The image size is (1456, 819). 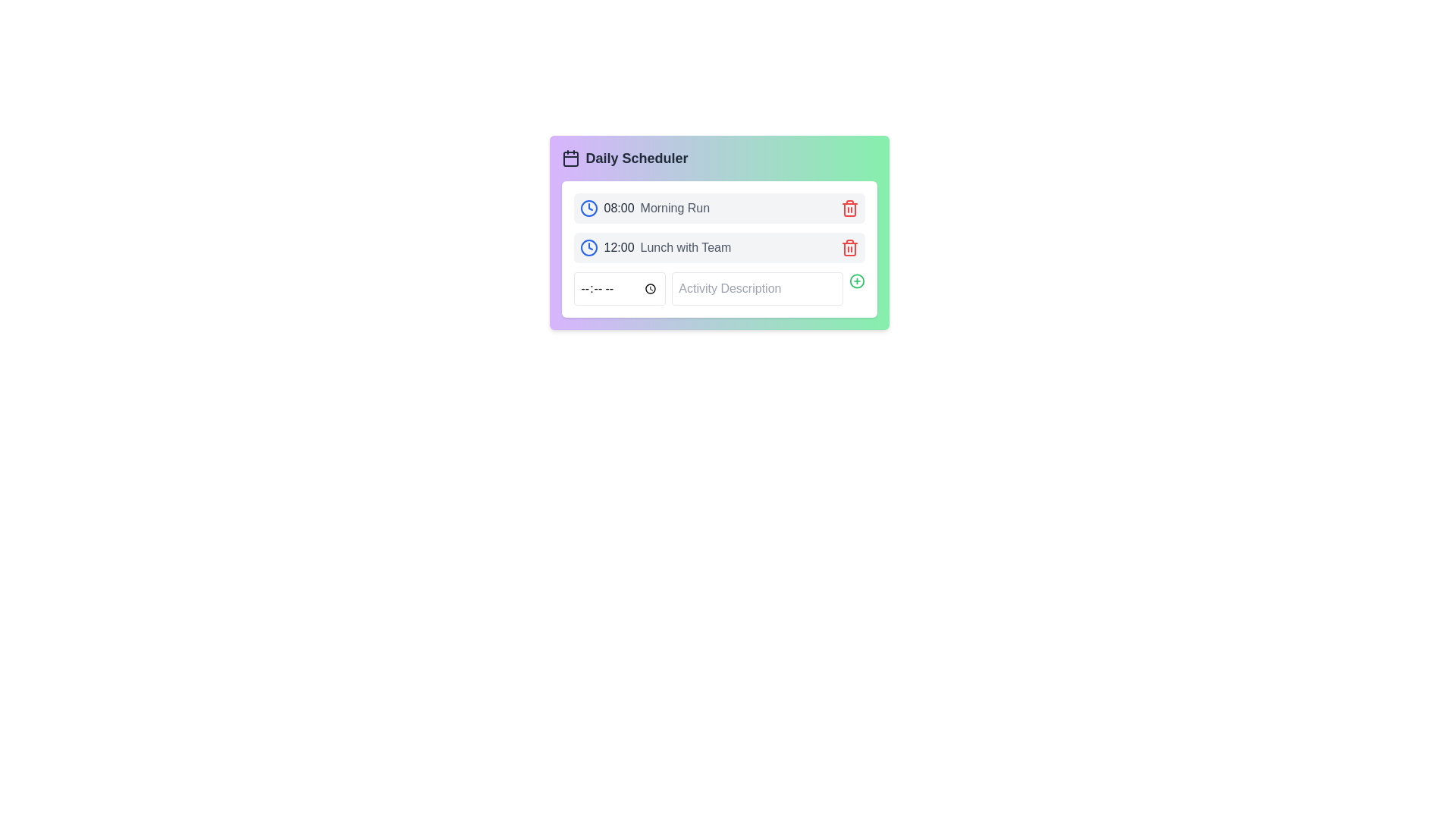 What do you see at coordinates (588, 247) in the screenshot?
I see `the blue-stroked circular SVG element located in the center of the clock icon, which is to the left of the '08:00 Morning Run' and '12:00 Lunch with Team' labels in the daily scheduler` at bounding box center [588, 247].